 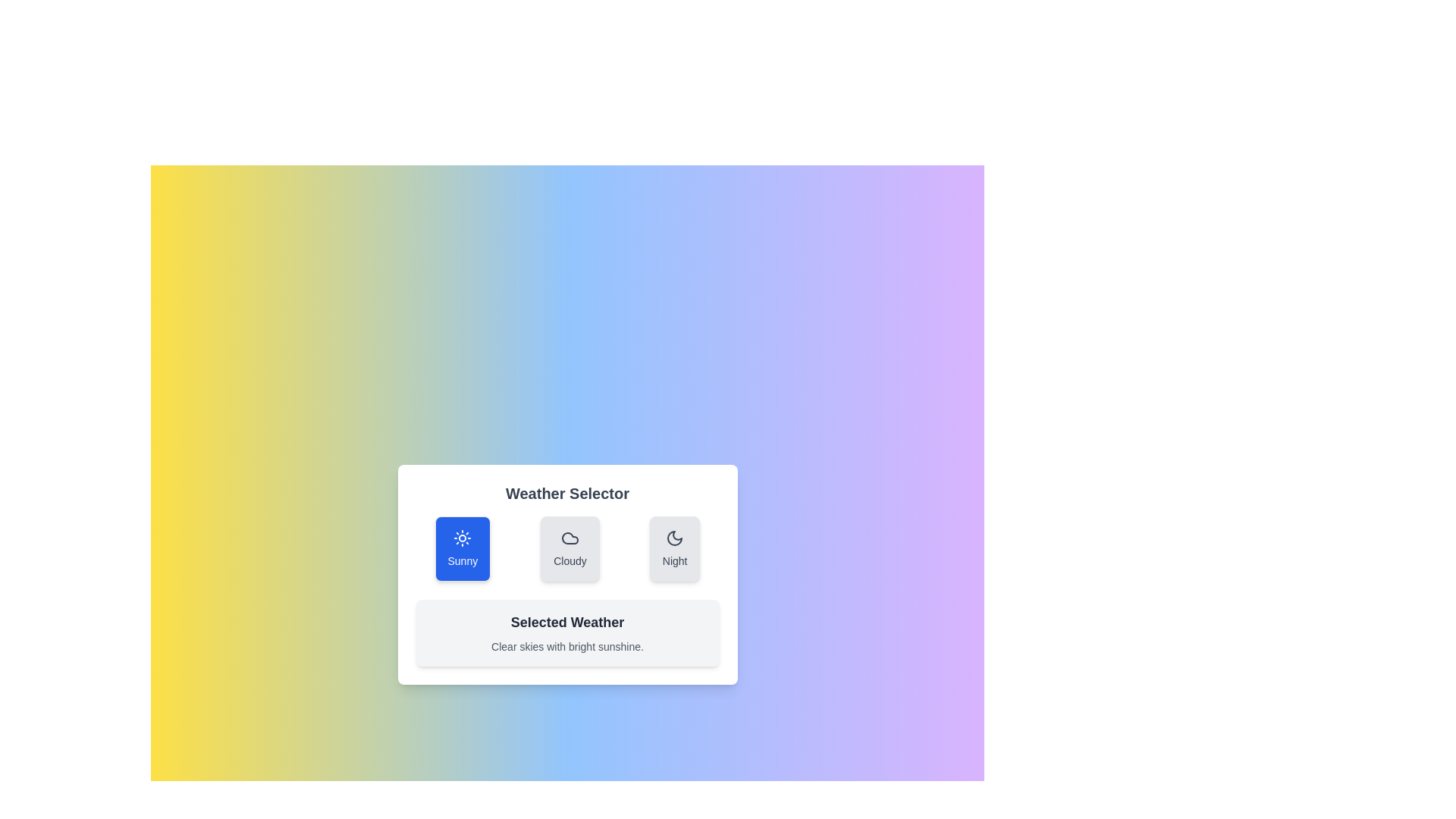 What do you see at coordinates (674, 549) in the screenshot?
I see `the 'Night' button with a light gray background and a black crescent moon icon` at bounding box center [674, 549].